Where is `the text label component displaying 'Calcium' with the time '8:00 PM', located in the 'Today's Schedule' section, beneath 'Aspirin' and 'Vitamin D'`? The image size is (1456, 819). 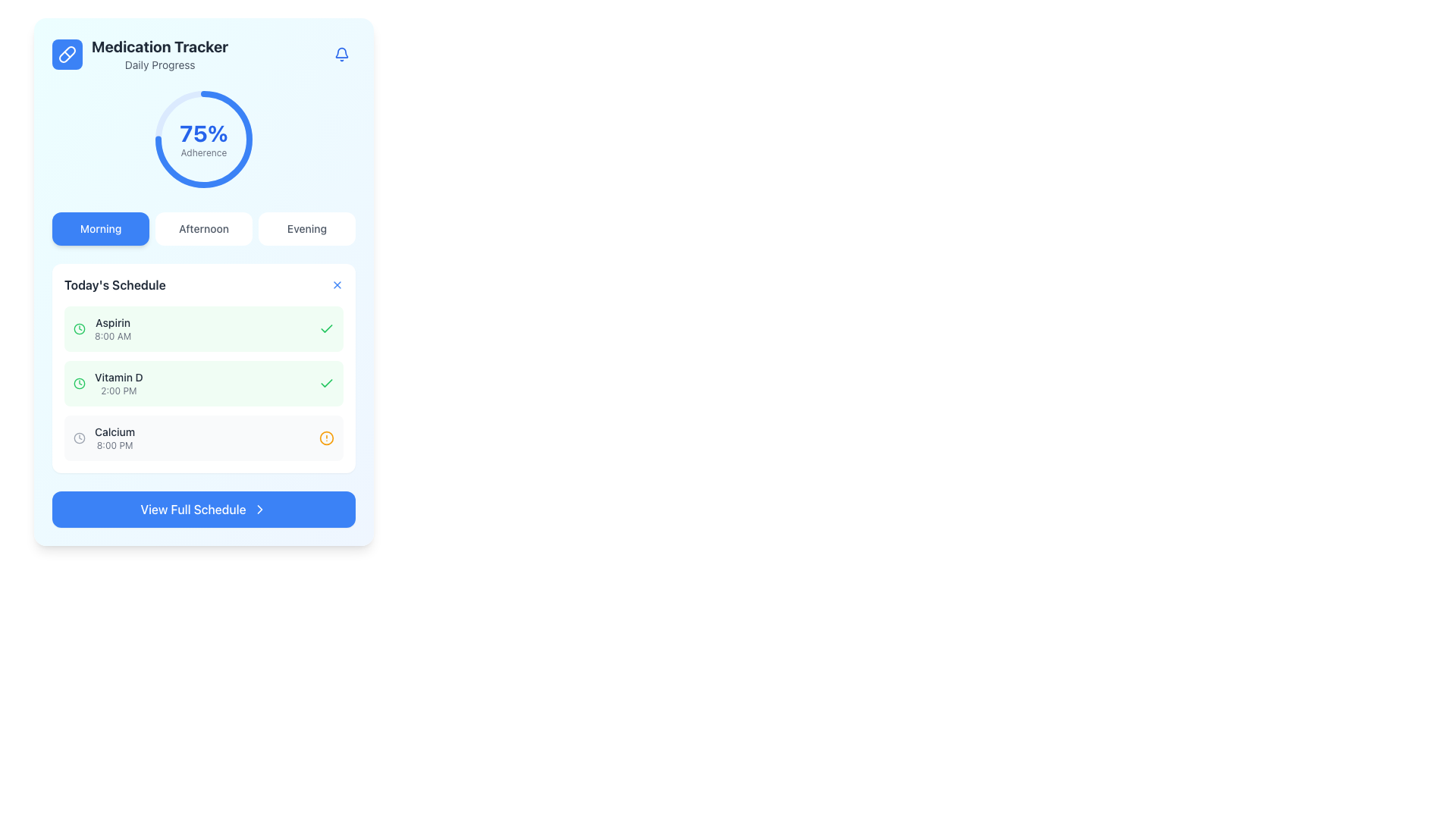
the text label component displaying 'Calcium' with the time '8:00 PM', located in the 'Today's Schedule' section, beneath 'Aspirin' and 'Vitamin D' is located at coordinates (114, 438).